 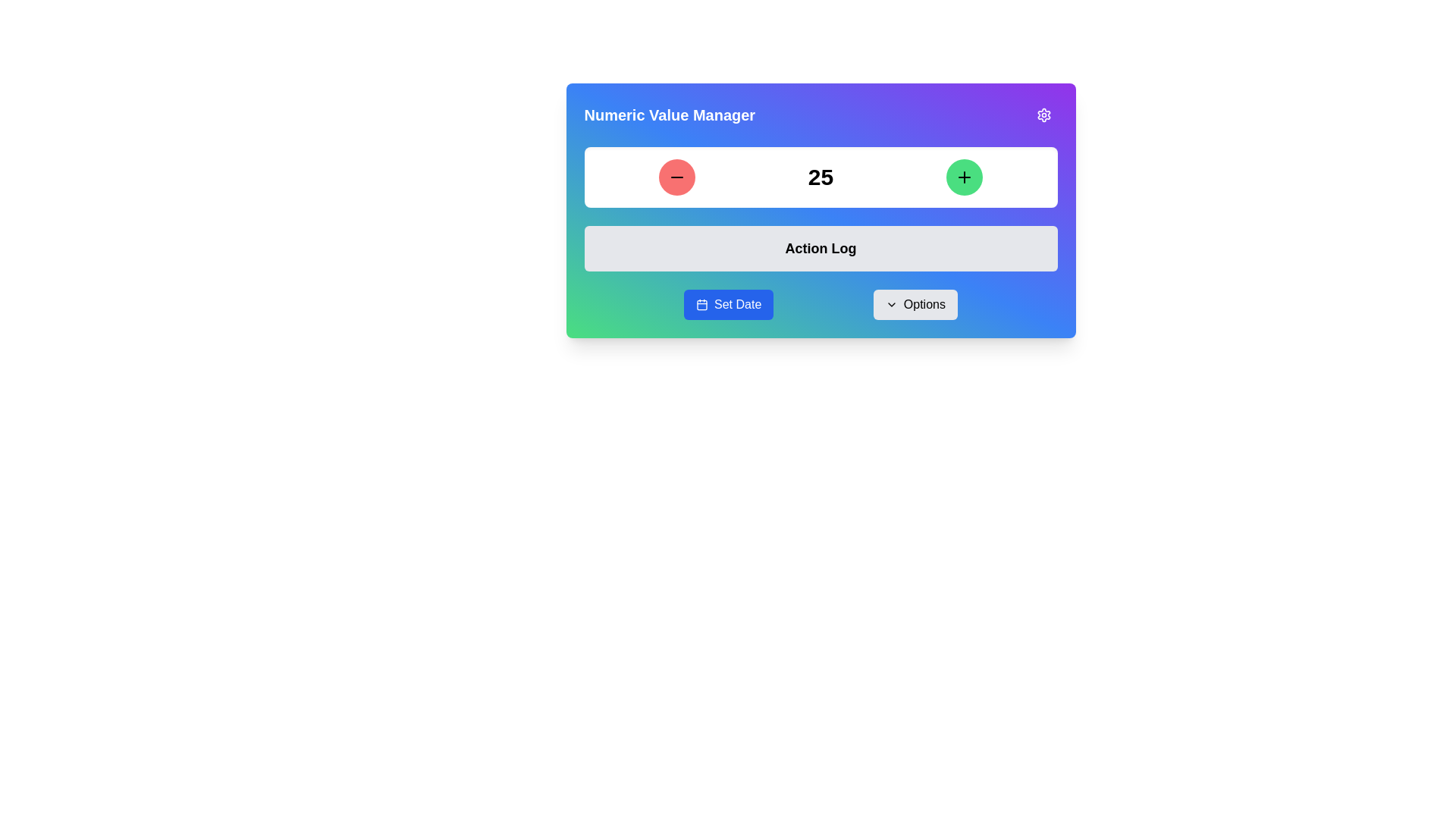 I want to click on the cogwheel icon representing settings in the top-right corner of the card-like interface, so click(x=1043, y=114).